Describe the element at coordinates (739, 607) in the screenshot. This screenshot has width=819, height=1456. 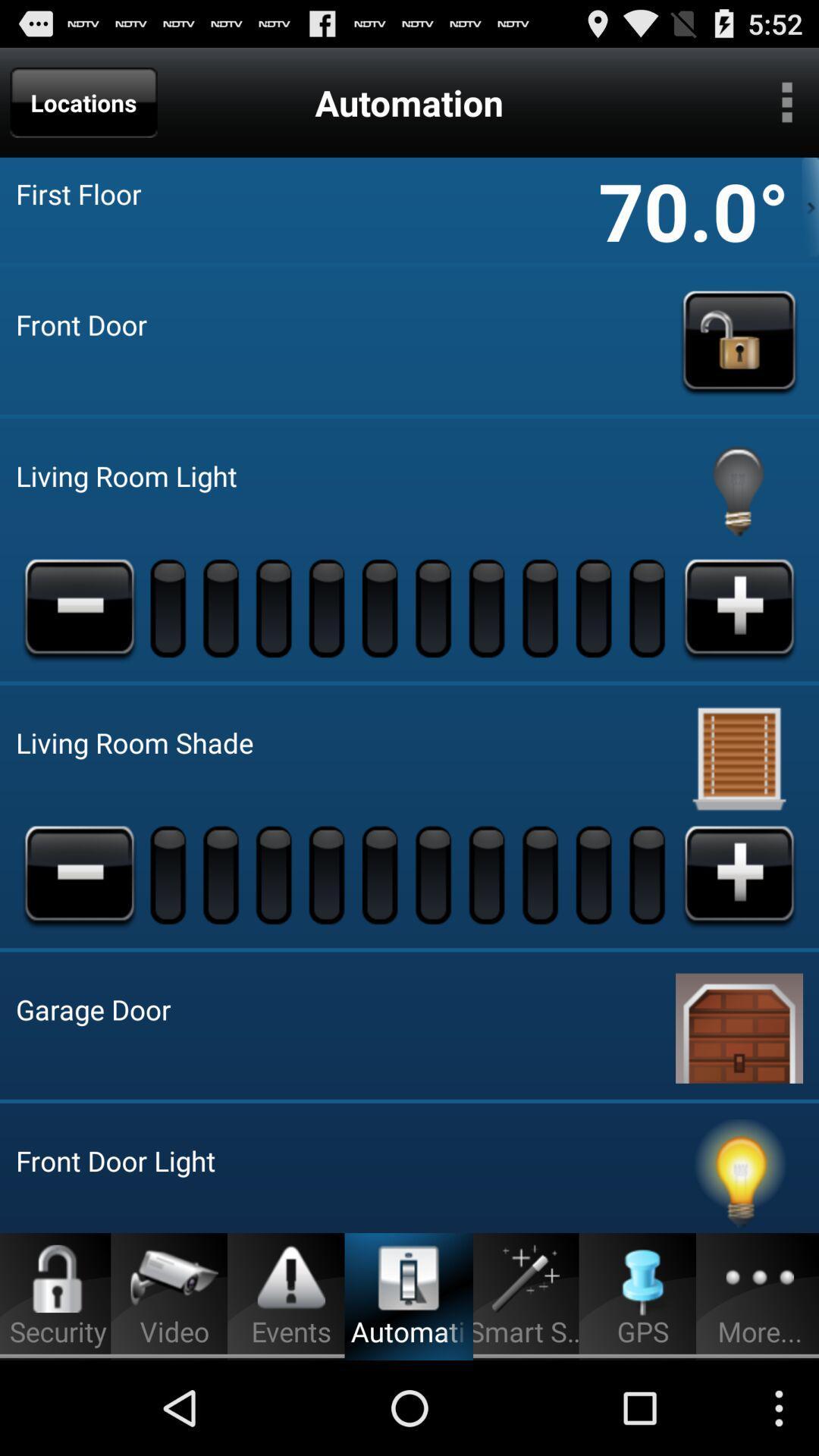
I see `increase light brightness` at that location.